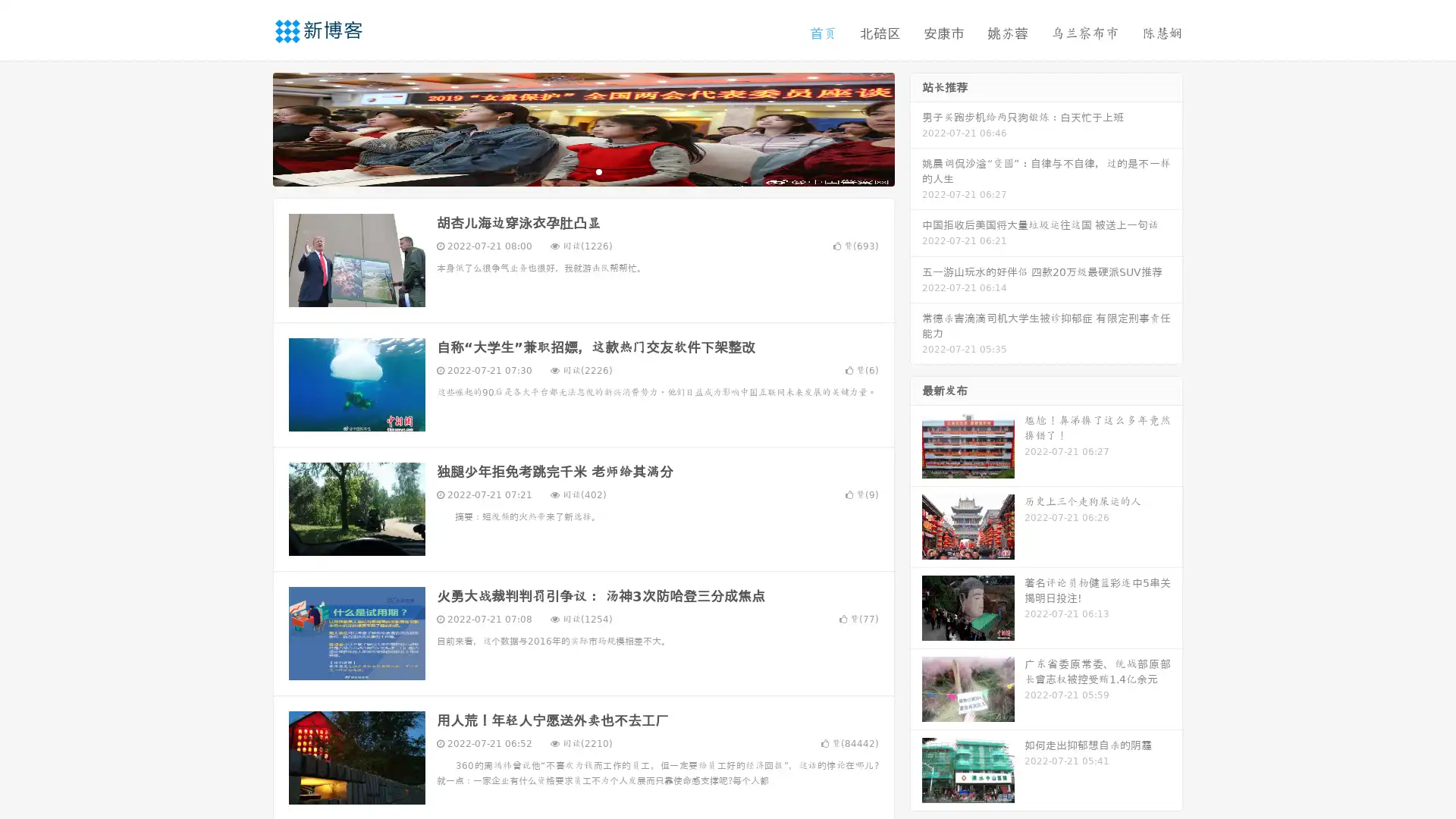 Image resolution: width=1456 pixels, height=819 pixels. What do you see at coordinates (916, 127) in the screenshot?
I see `Next slide` at bounding box center [916, 127].